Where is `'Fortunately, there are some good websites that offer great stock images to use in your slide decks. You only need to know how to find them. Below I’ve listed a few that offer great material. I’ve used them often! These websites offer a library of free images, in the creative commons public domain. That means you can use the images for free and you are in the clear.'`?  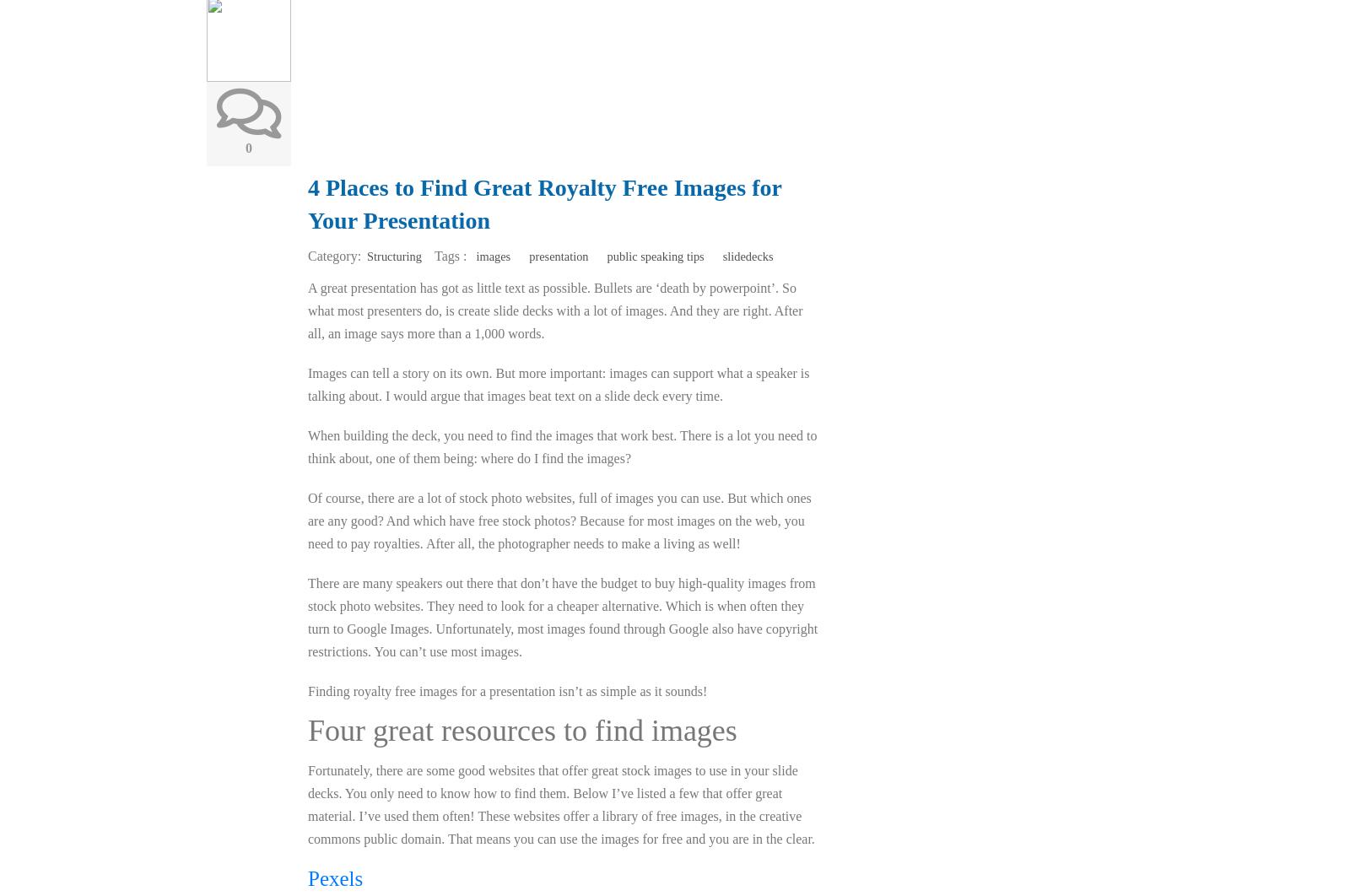 'Fortunately, there are some good websites that offer great stock images to use in your slide decks. You only need to know how to find them. Below I’ve listed a few that offer great material. I’ve used them often! These websites offer a library of free images, in the creative commons public domain. That means you can use the images for free and you are in the clear.' is located at coordinates (560, 803).